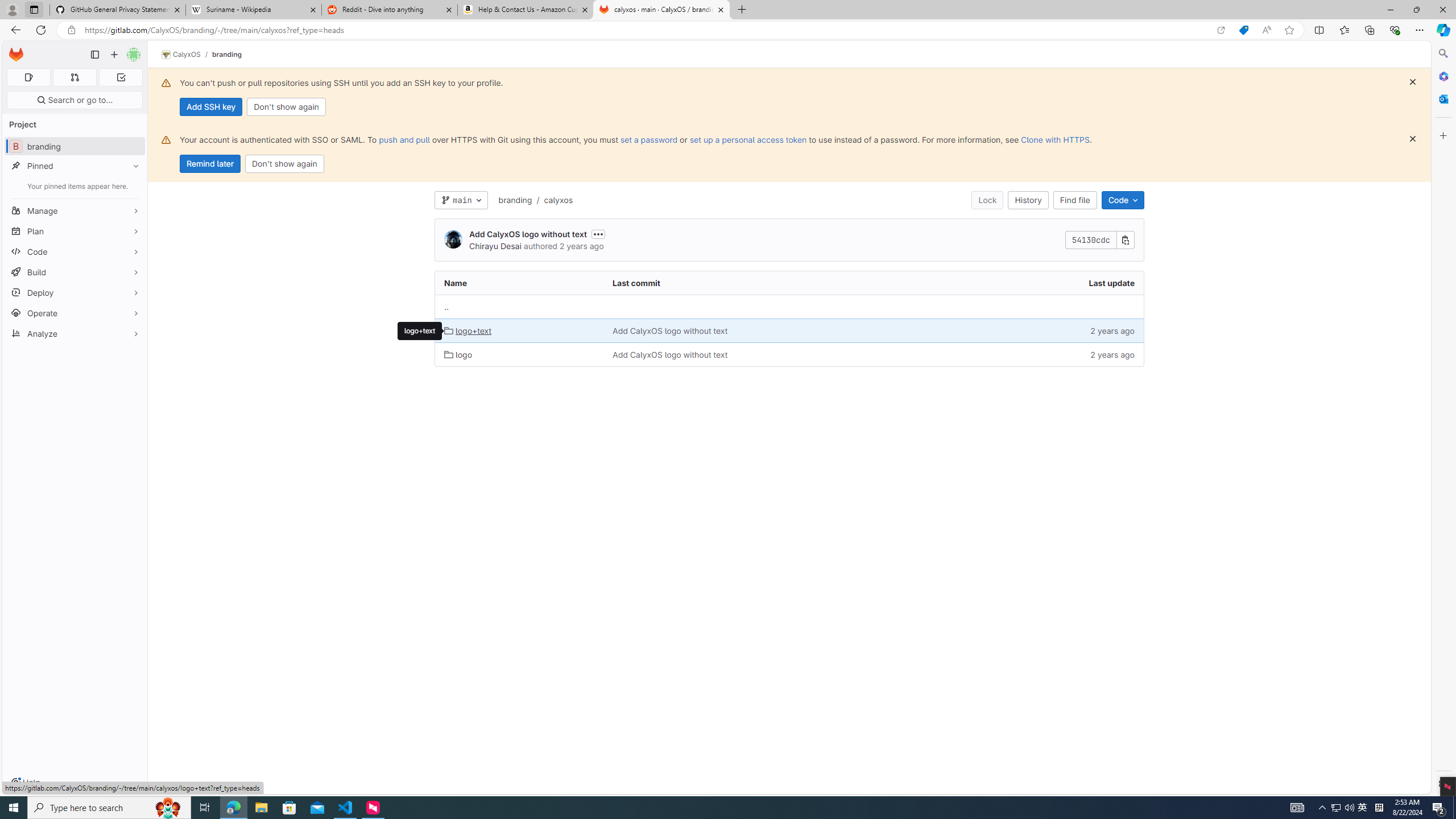 The height and width of the screenshot is (819, 1456). Describe the element at coordinates (186, 54) in the screenshot. I see `'CalyxOS/'` at that location.